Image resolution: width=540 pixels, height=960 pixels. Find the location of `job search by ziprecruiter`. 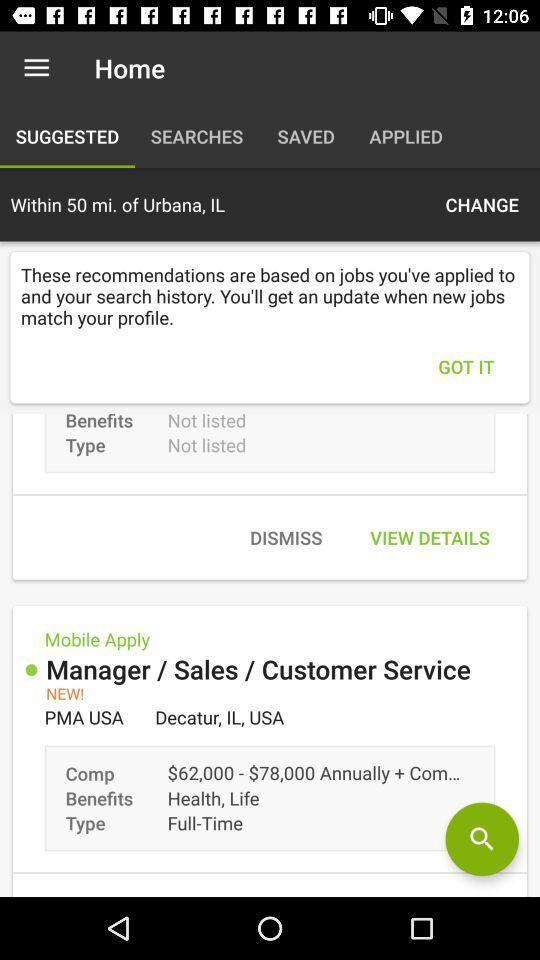

job search by ziprecruiter is located at coordinates (481, 839).